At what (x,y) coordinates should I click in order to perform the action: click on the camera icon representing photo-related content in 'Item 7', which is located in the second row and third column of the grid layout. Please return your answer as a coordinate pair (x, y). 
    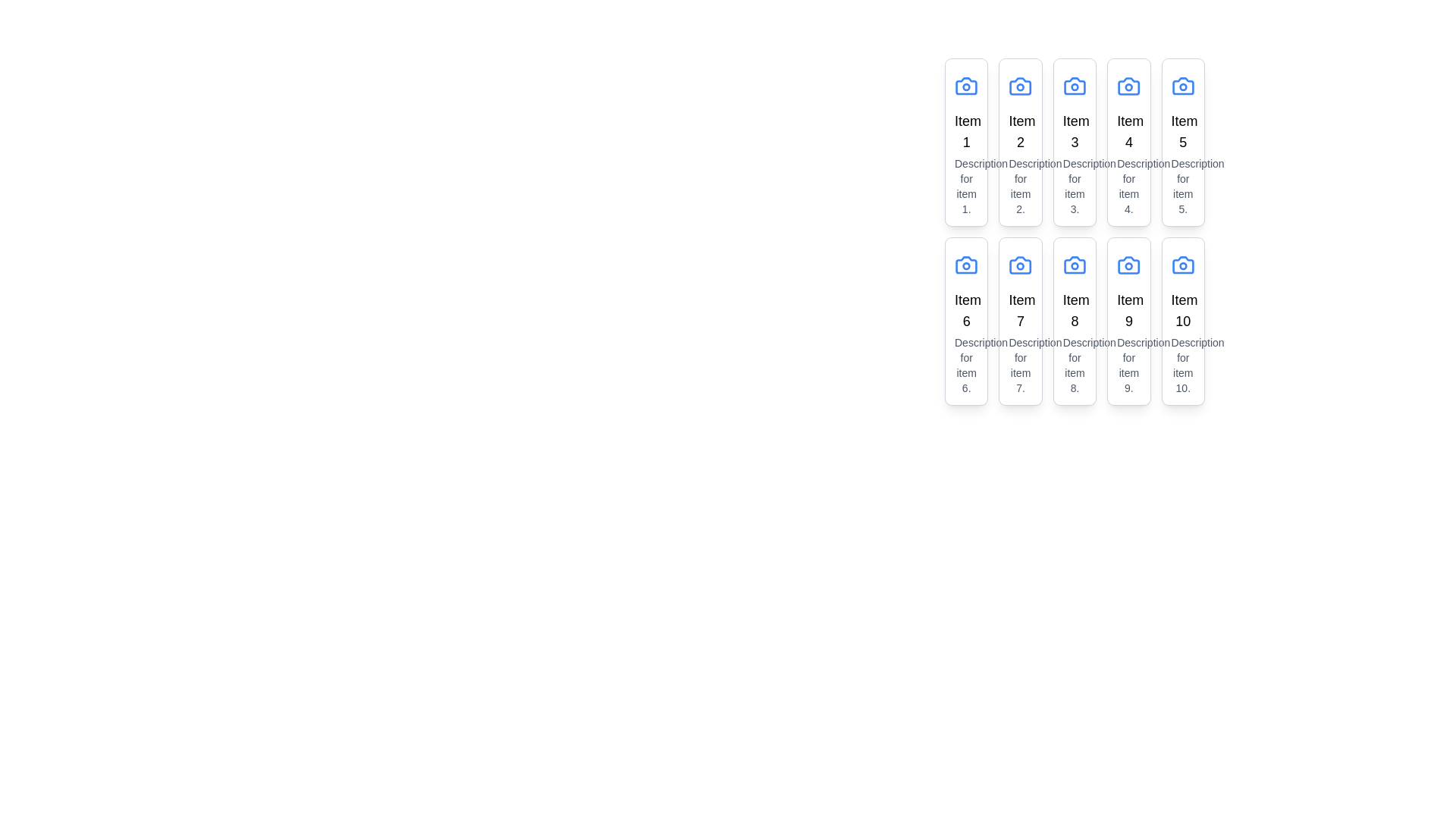
    Looking at the image, I should click on (1021, 265).